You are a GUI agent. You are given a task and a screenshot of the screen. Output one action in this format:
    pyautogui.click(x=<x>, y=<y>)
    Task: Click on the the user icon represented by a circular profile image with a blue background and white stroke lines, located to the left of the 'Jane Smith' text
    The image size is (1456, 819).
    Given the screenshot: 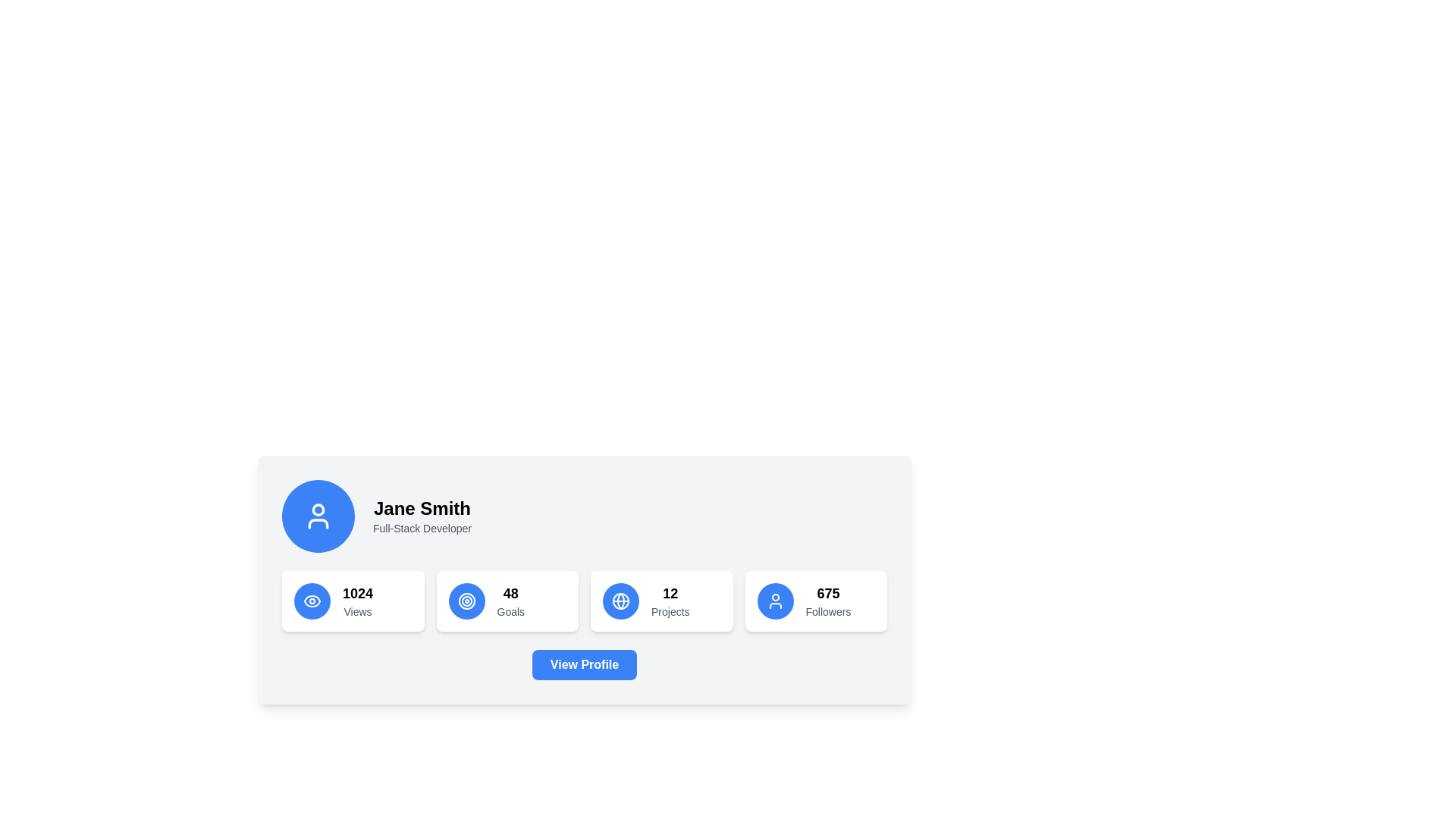 What is the action you would take?
    pyautogui.click(x=318, y=516)
    